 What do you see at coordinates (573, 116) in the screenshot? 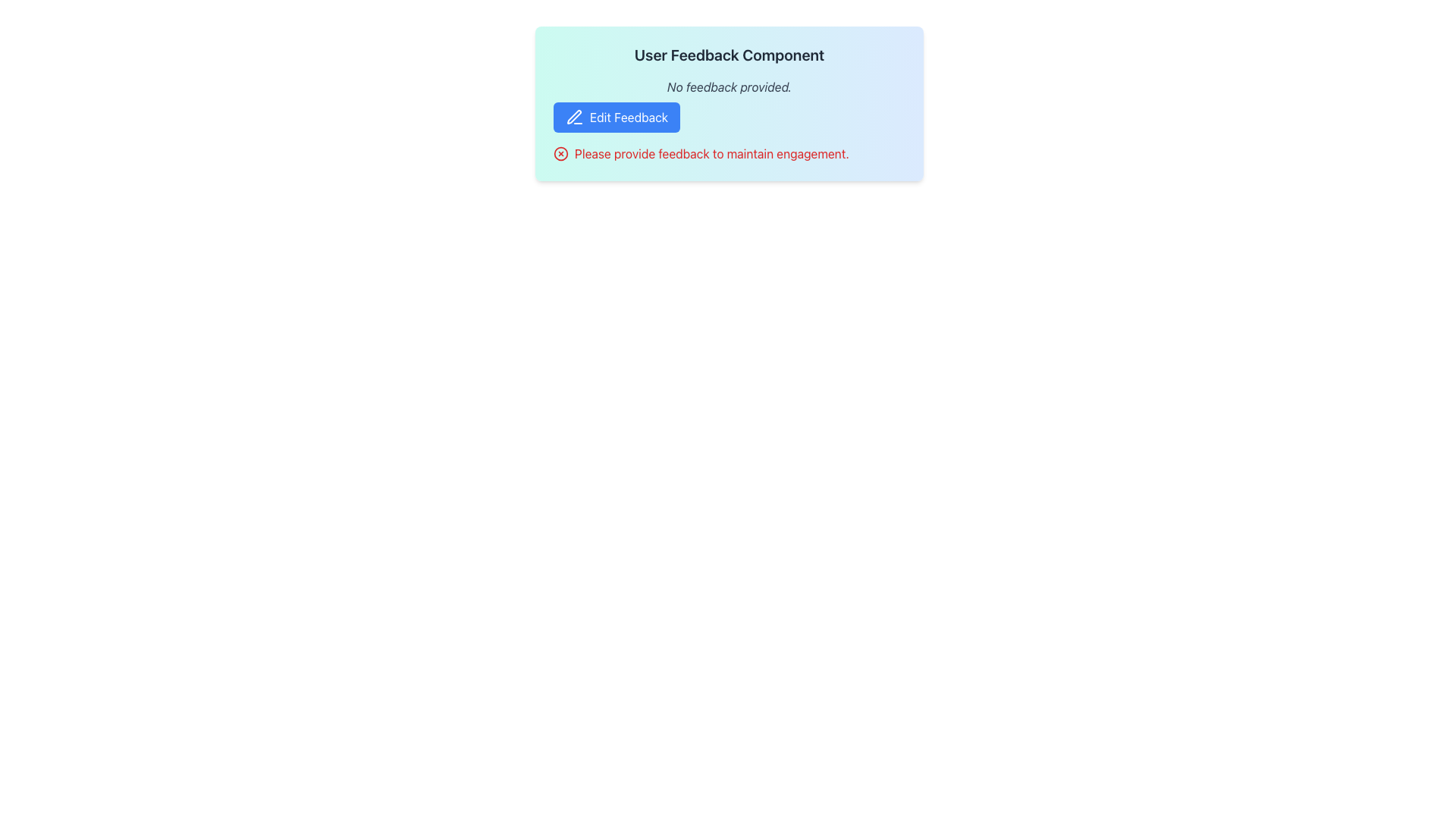
I see `the edit icon located within the 'Edit Feedback' button at the top-left corner of the user feedback card` at bounding box center [573, 116].